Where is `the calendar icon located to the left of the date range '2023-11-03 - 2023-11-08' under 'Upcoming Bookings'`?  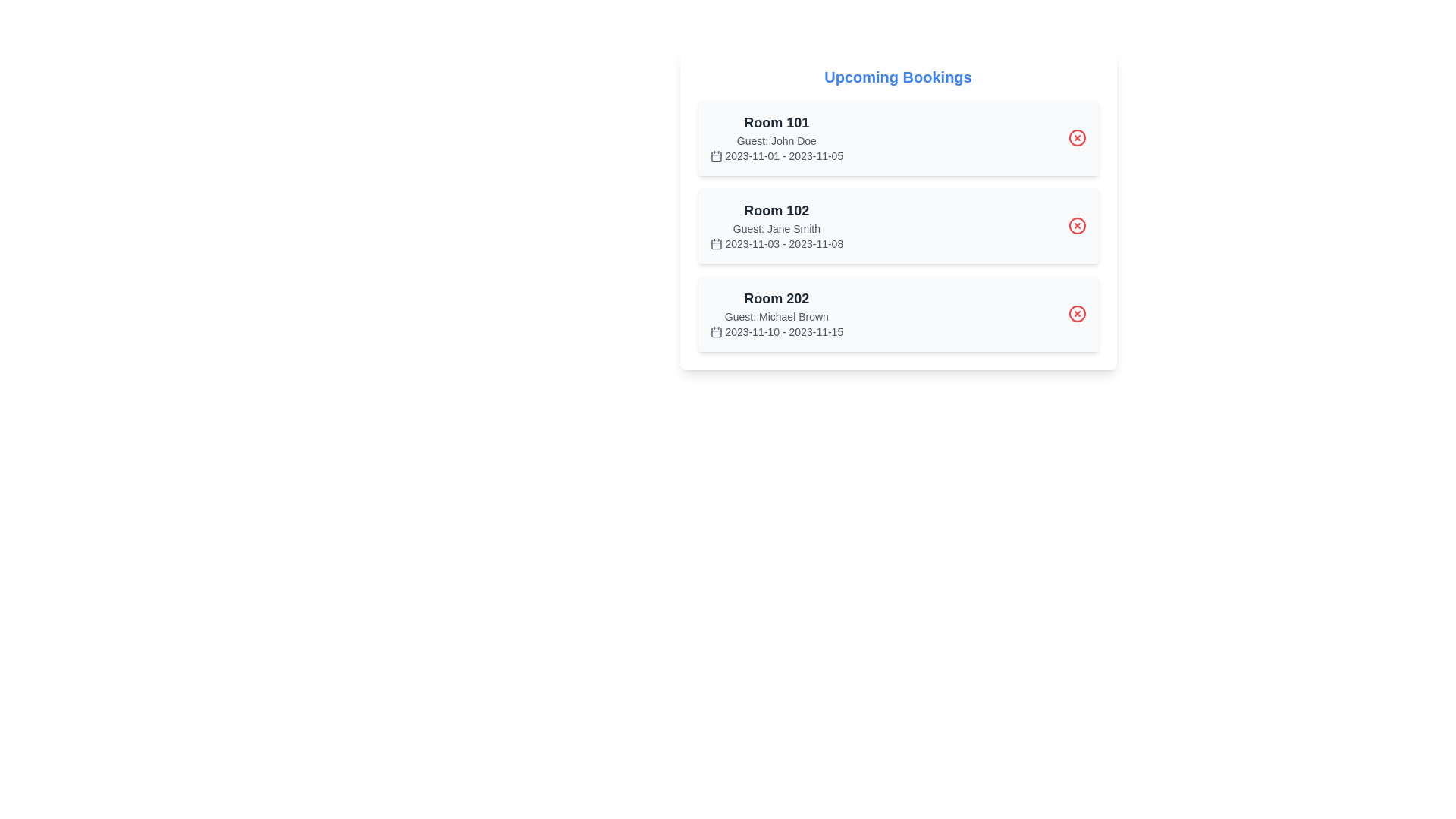
the calendar icon located to the left of the date range '2023-11-03 - 2023-11-08' under 'Upcoming Bookings' is located at coordinates (715, 243).